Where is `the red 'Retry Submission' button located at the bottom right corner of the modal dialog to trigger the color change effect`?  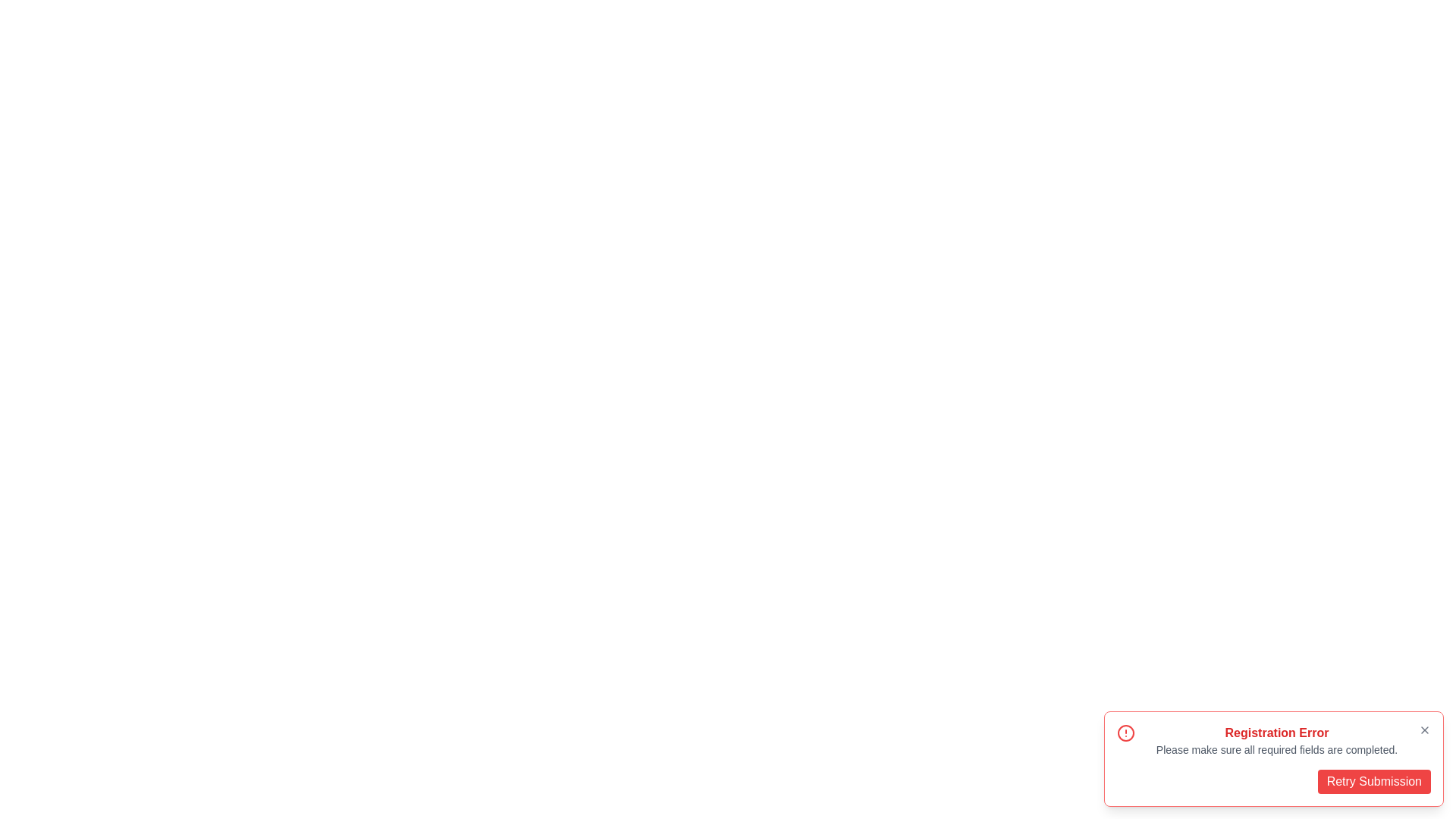 the red 'Retry Submission' button located at the bottom right corner of the modal dialog to trigger the color change effect is located at coordinates (1374, 781).